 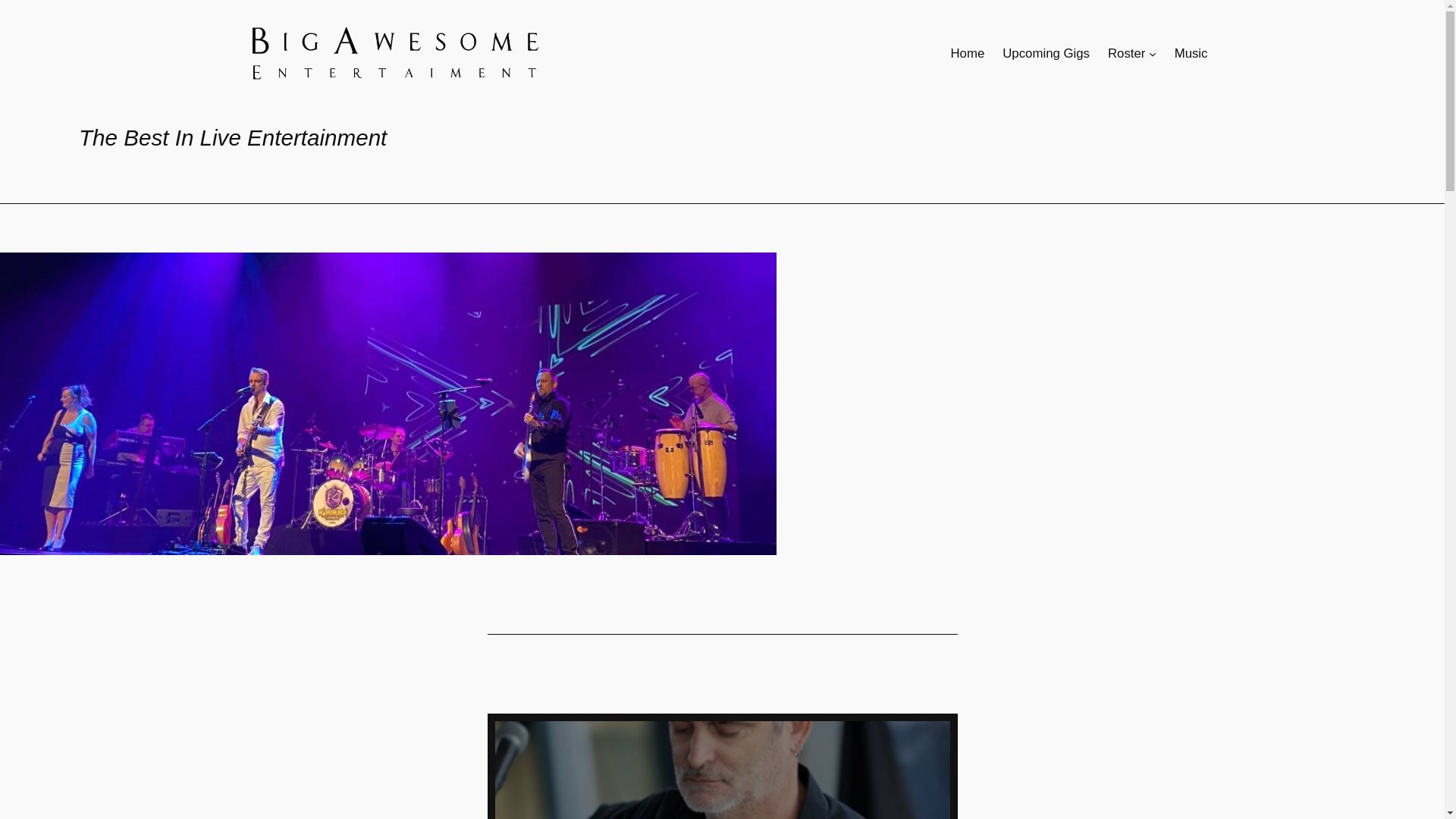 What do you see at coordinates (1174, 52) in the screenshot?
I see `'Music'` at bounding box center [1174, 52].